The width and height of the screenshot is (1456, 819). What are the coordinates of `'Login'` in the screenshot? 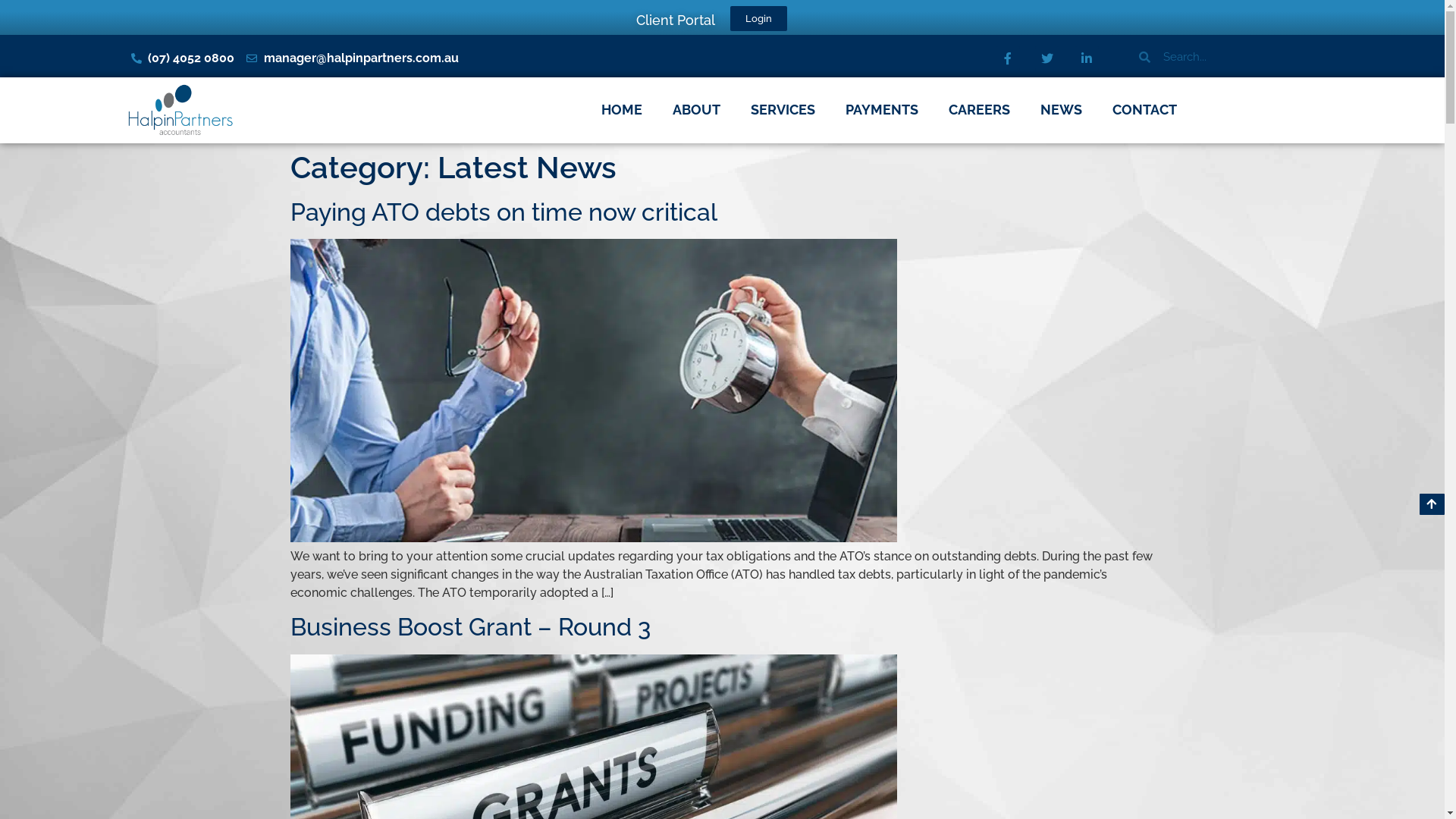 It's located at (729, 18).